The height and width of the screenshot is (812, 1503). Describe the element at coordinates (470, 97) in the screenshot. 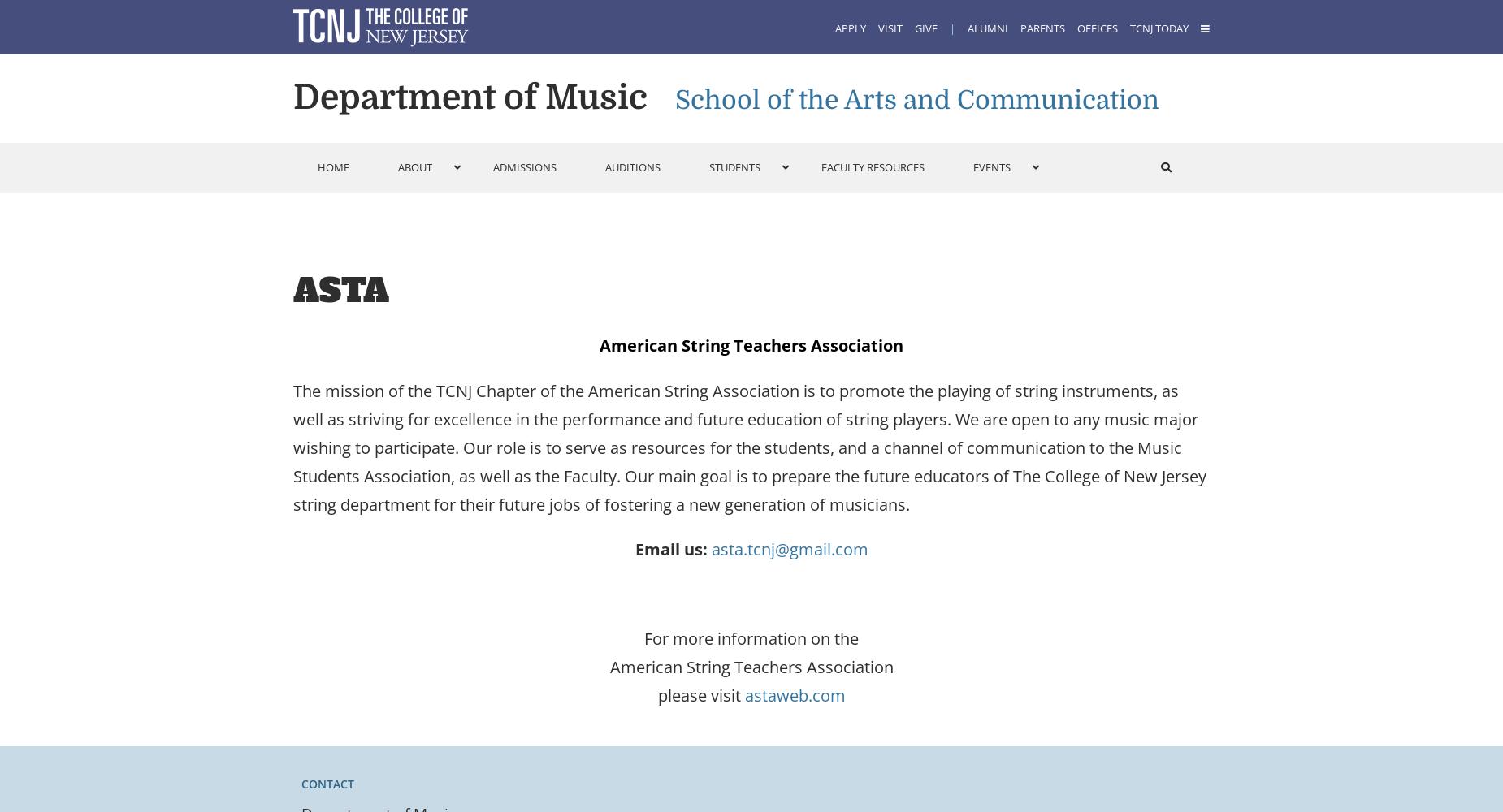

I see `'Department of Music'` at that location.